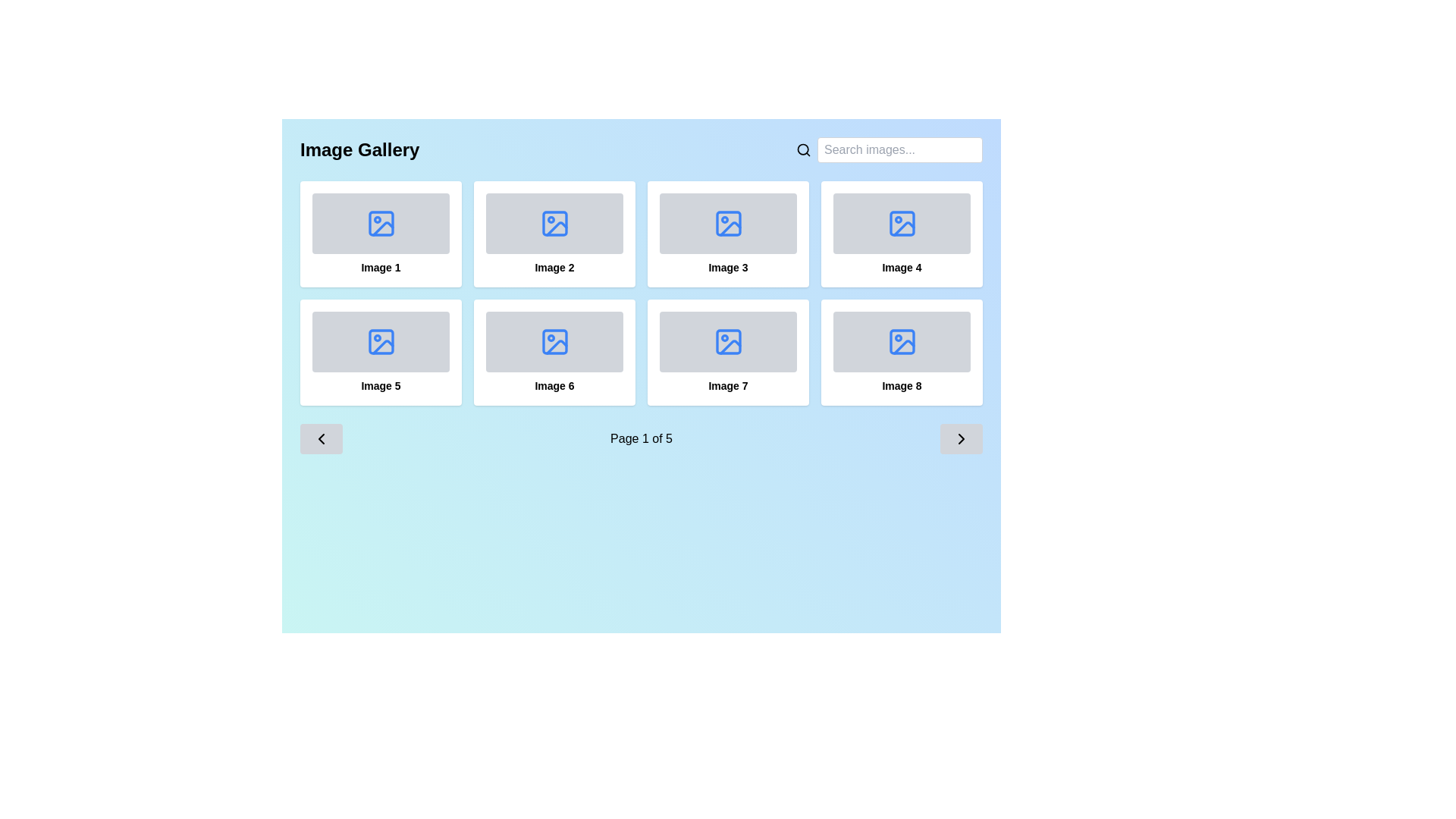  Describe the element at coordinates (902, 342) in the screenshot. I see `the Image placeholder icon located at the bottom-right of the grid layout` at that location.